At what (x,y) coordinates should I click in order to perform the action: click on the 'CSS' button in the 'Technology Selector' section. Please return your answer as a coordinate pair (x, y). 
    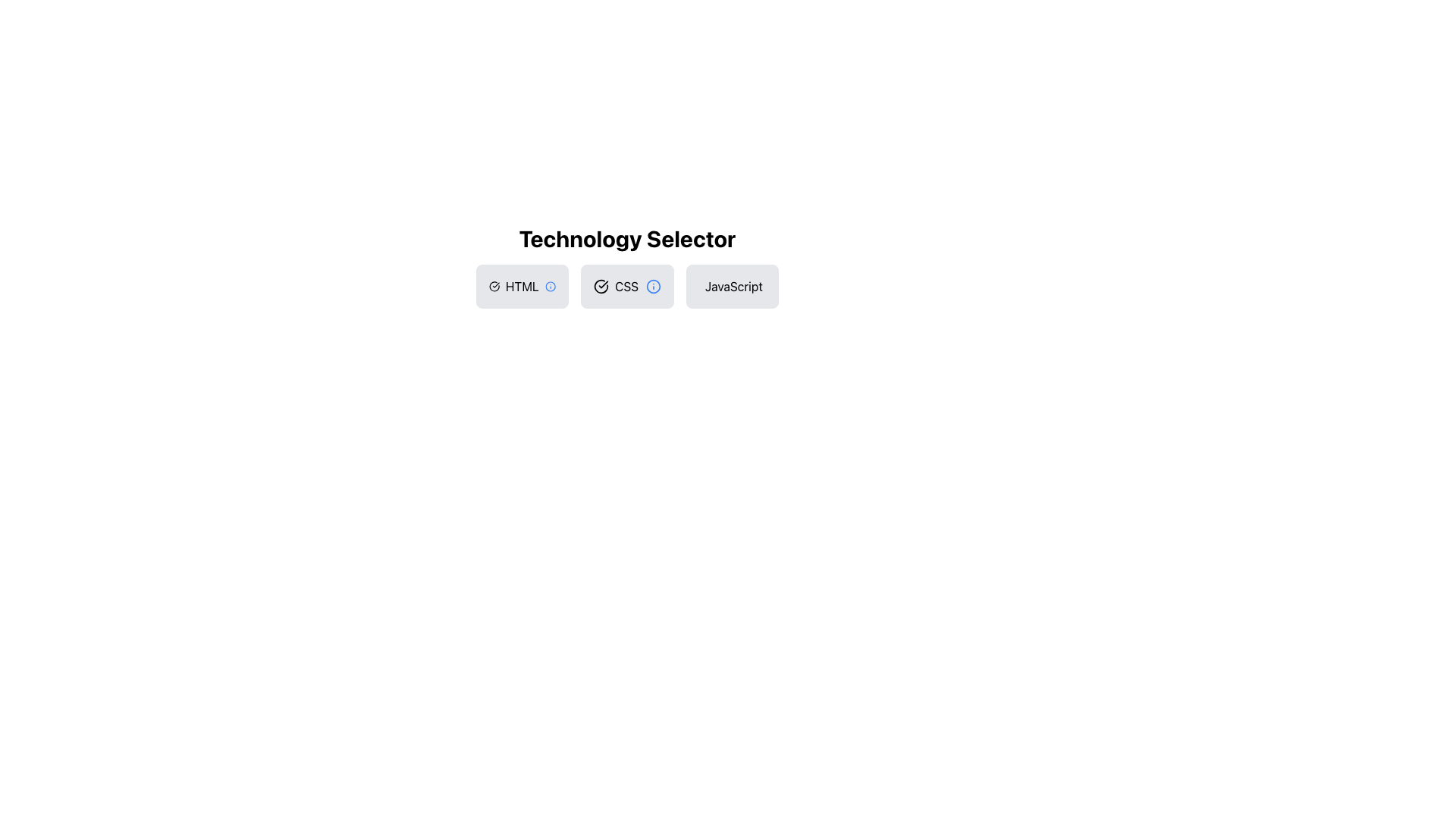
    Looking at the image, I should click on (627, 265).